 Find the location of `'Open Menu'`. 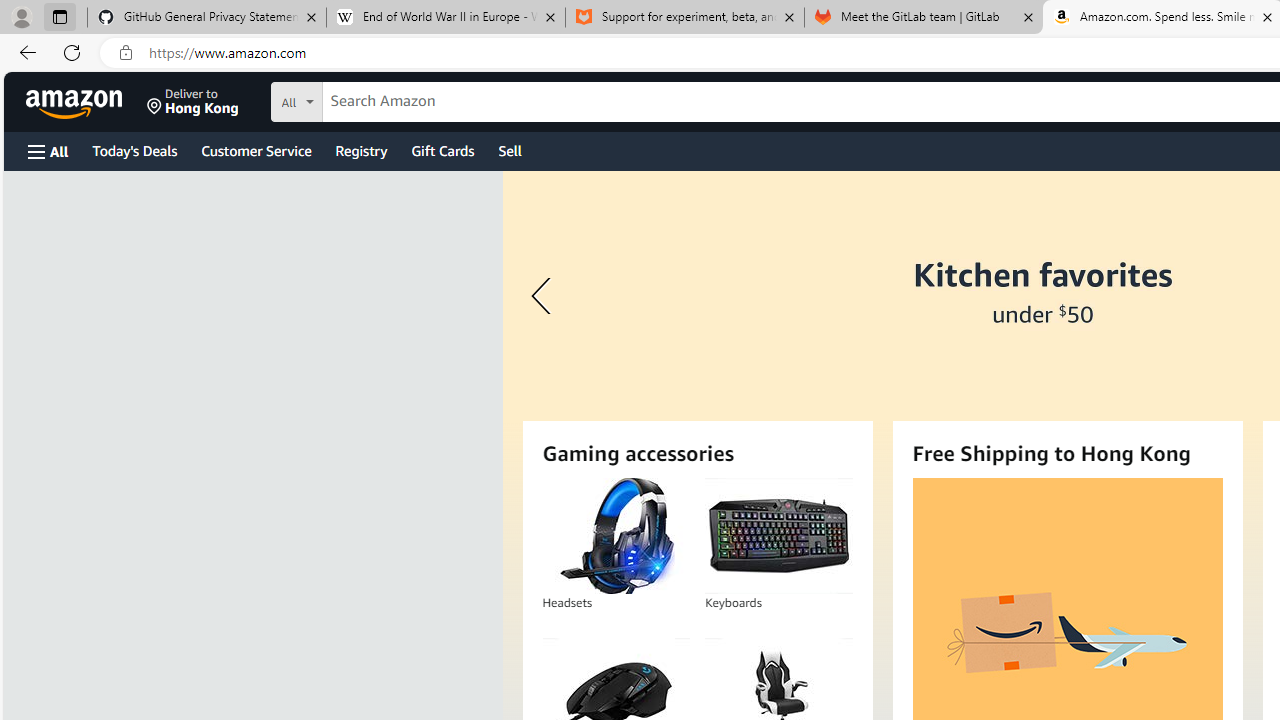

'Open Menu' is located at coordinates (48, 150).